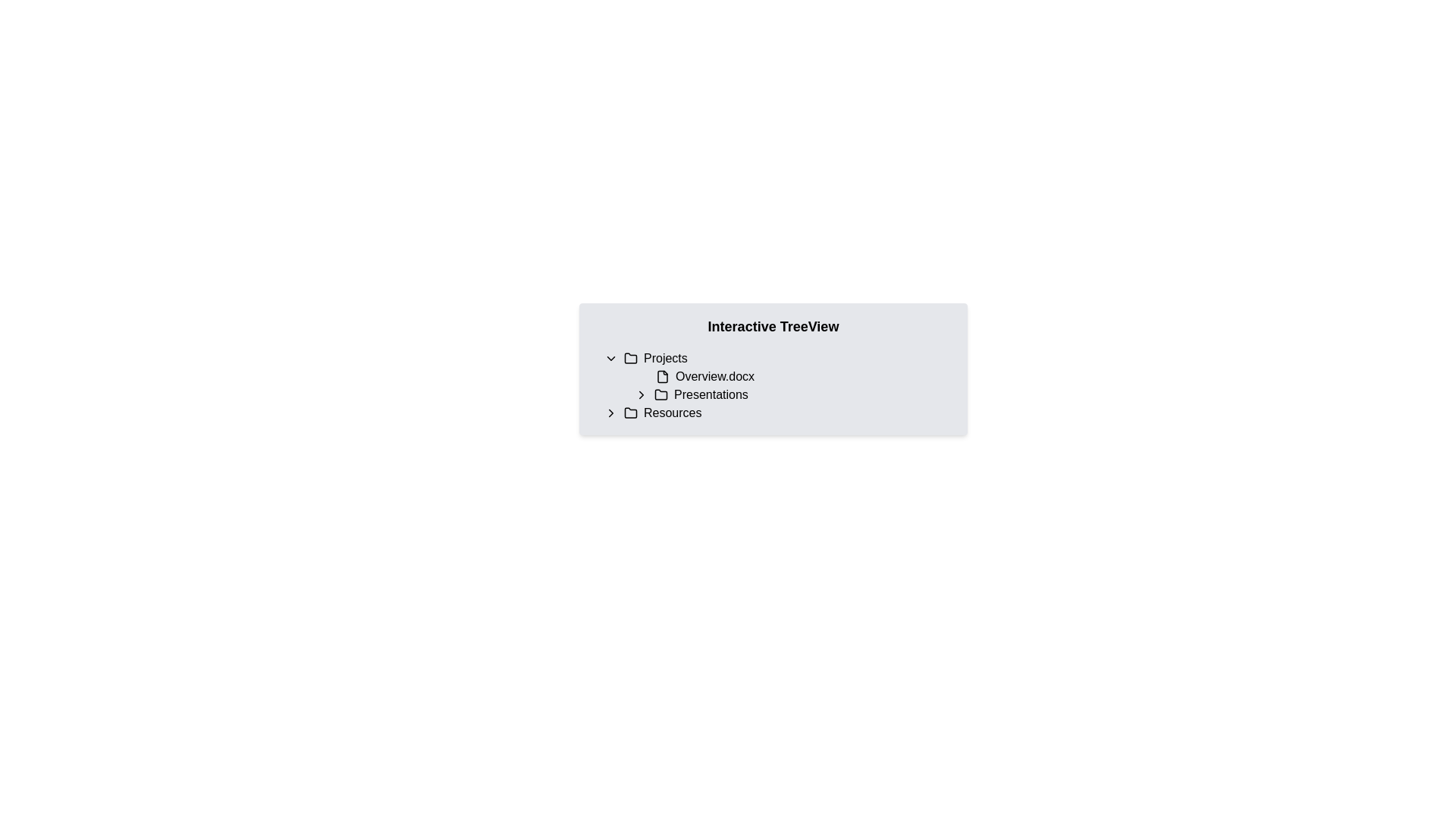 The image size is (1456, 819). What do you see at coordinates (611, 359) in the screenshot?
I see `the chevron icon that serves as a dropdown indicator for the 'Projects' folder in the tree view` at bounding box center [611, 359].